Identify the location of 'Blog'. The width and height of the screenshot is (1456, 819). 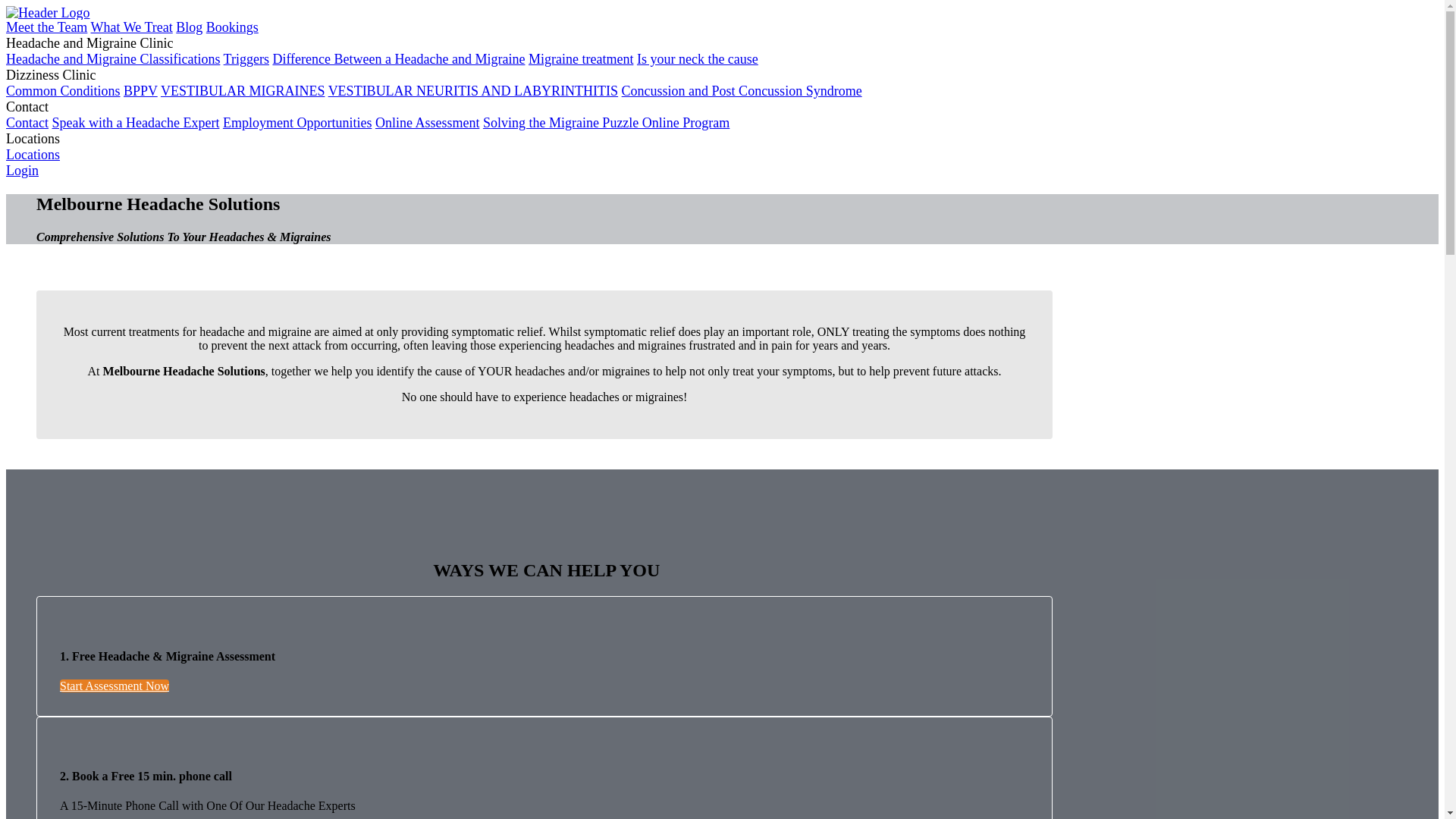
(175, 27).